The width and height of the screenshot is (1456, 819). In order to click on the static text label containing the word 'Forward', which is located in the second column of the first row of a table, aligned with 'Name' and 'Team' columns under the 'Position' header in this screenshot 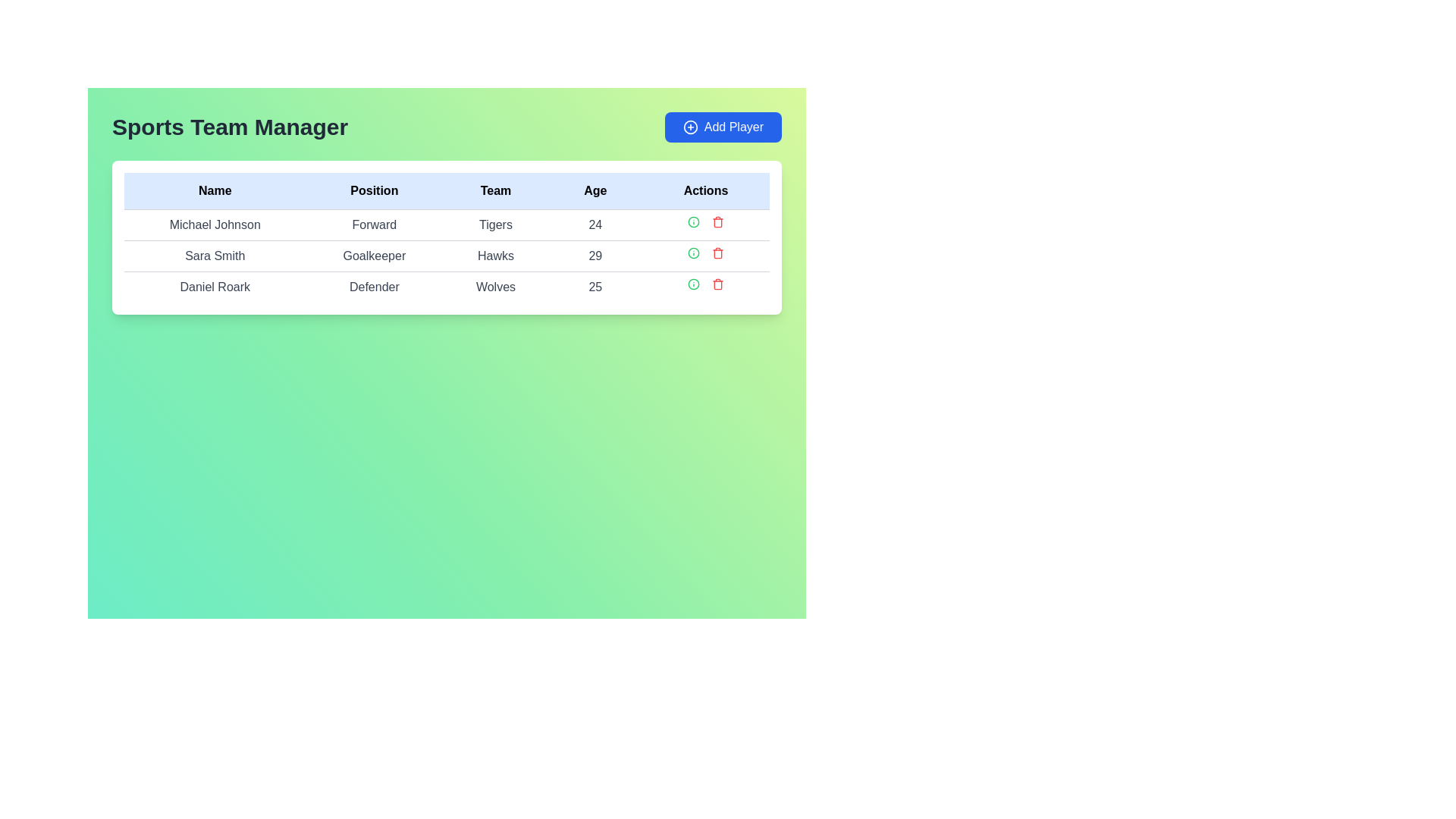, I will do `click(374, 225)`.